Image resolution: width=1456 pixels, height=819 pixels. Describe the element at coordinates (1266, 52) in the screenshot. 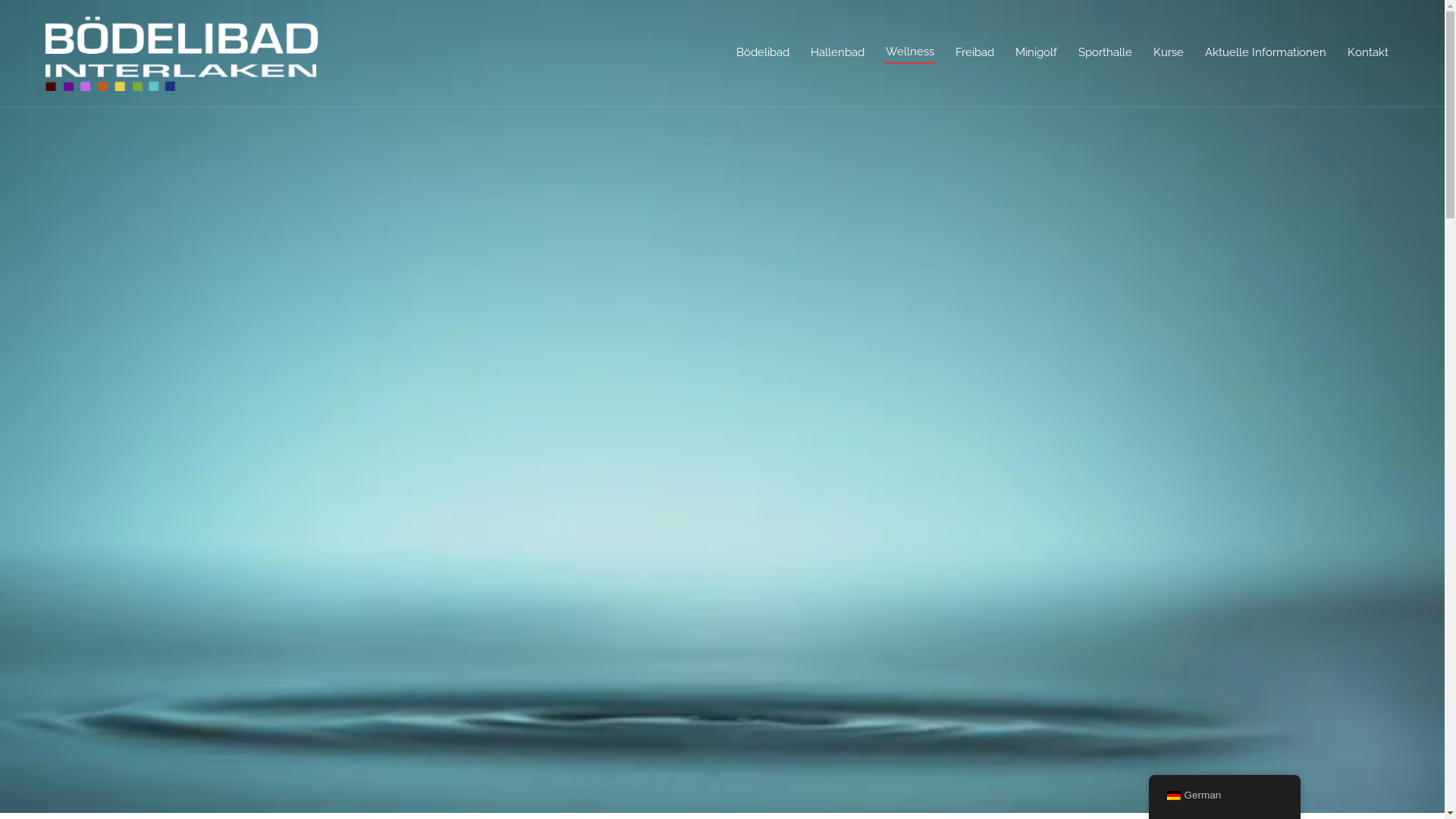

I see `'Aktuelle Informationen'` at that location.